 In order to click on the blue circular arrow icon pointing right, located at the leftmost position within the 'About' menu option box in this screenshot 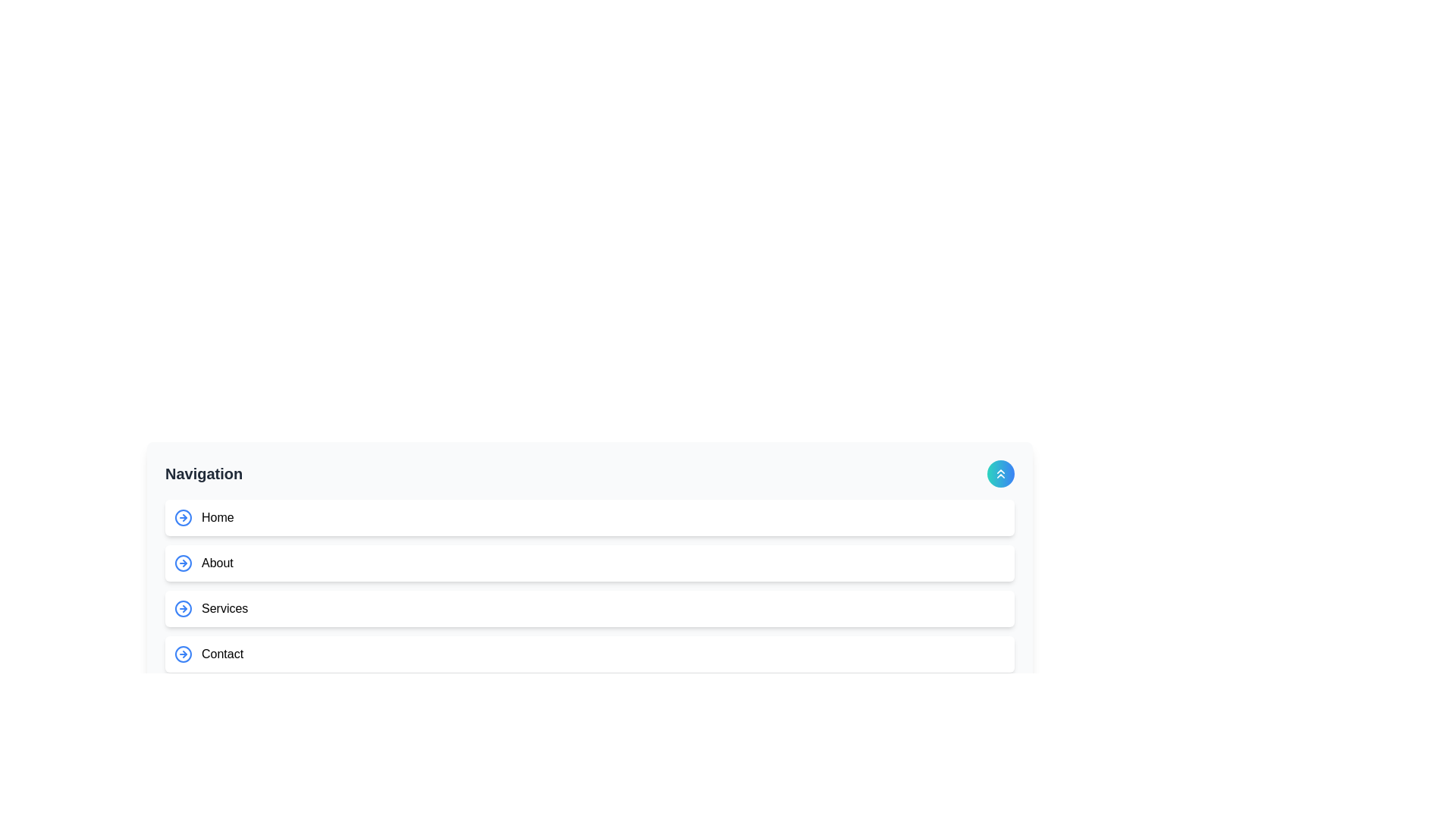, I will do `click(182, 563)`.